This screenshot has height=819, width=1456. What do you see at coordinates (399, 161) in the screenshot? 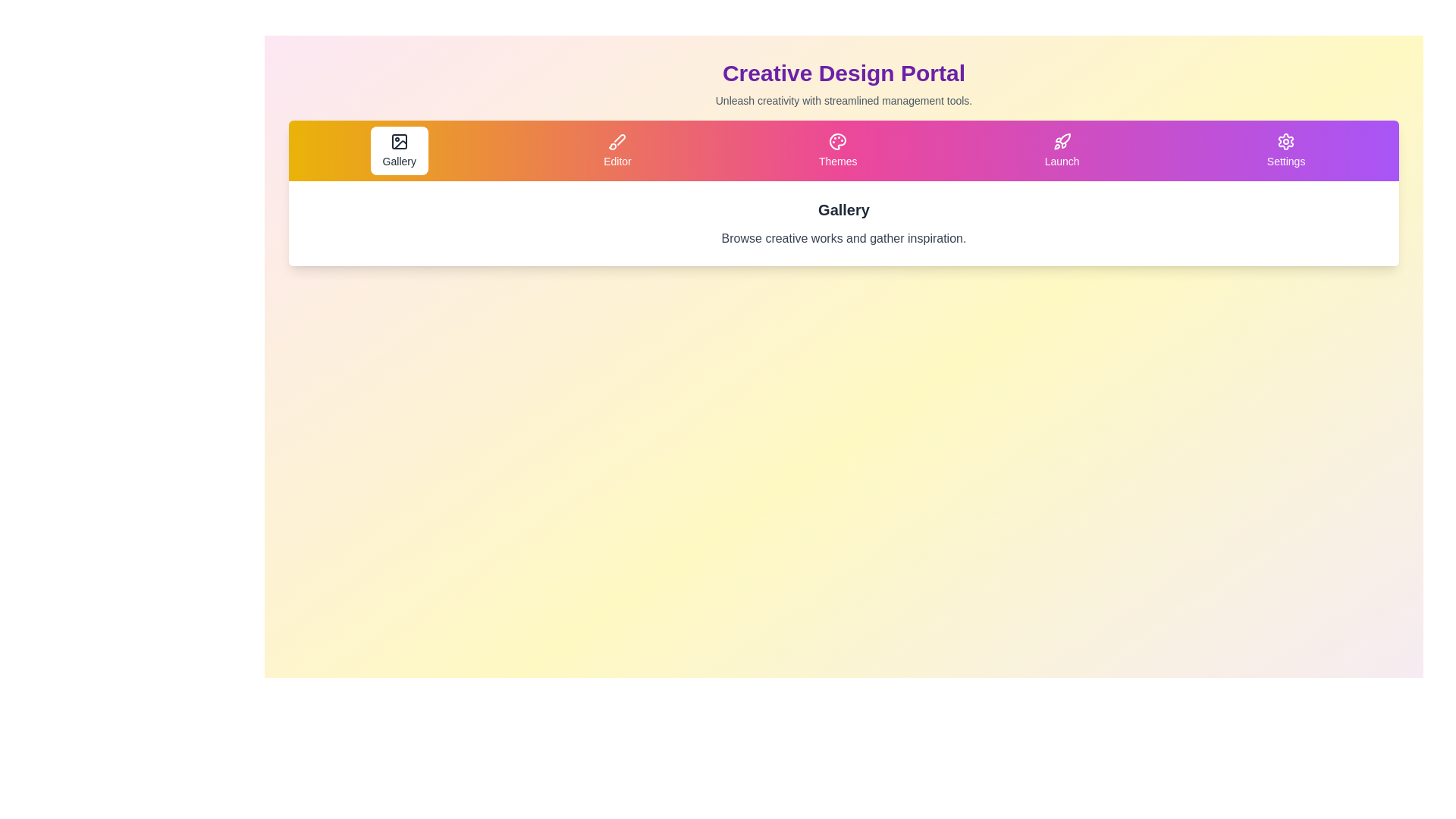
I see `descriptive text label for the 'Gallery' section located centrally below the image icon in the orange section of the top bar` at bounding box center [399, 161].